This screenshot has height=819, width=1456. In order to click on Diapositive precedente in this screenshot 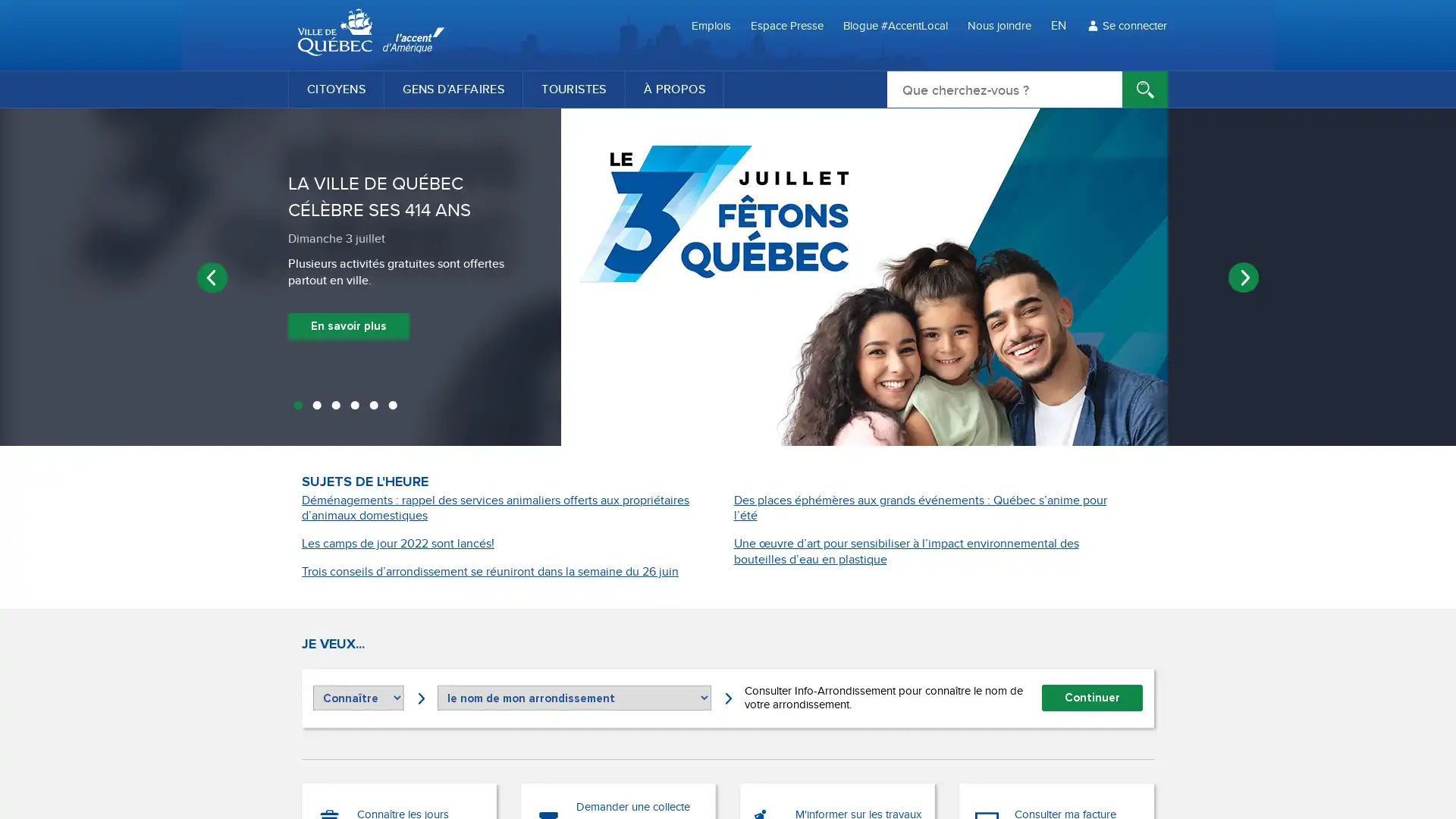, I will do `click(211, 277)`.